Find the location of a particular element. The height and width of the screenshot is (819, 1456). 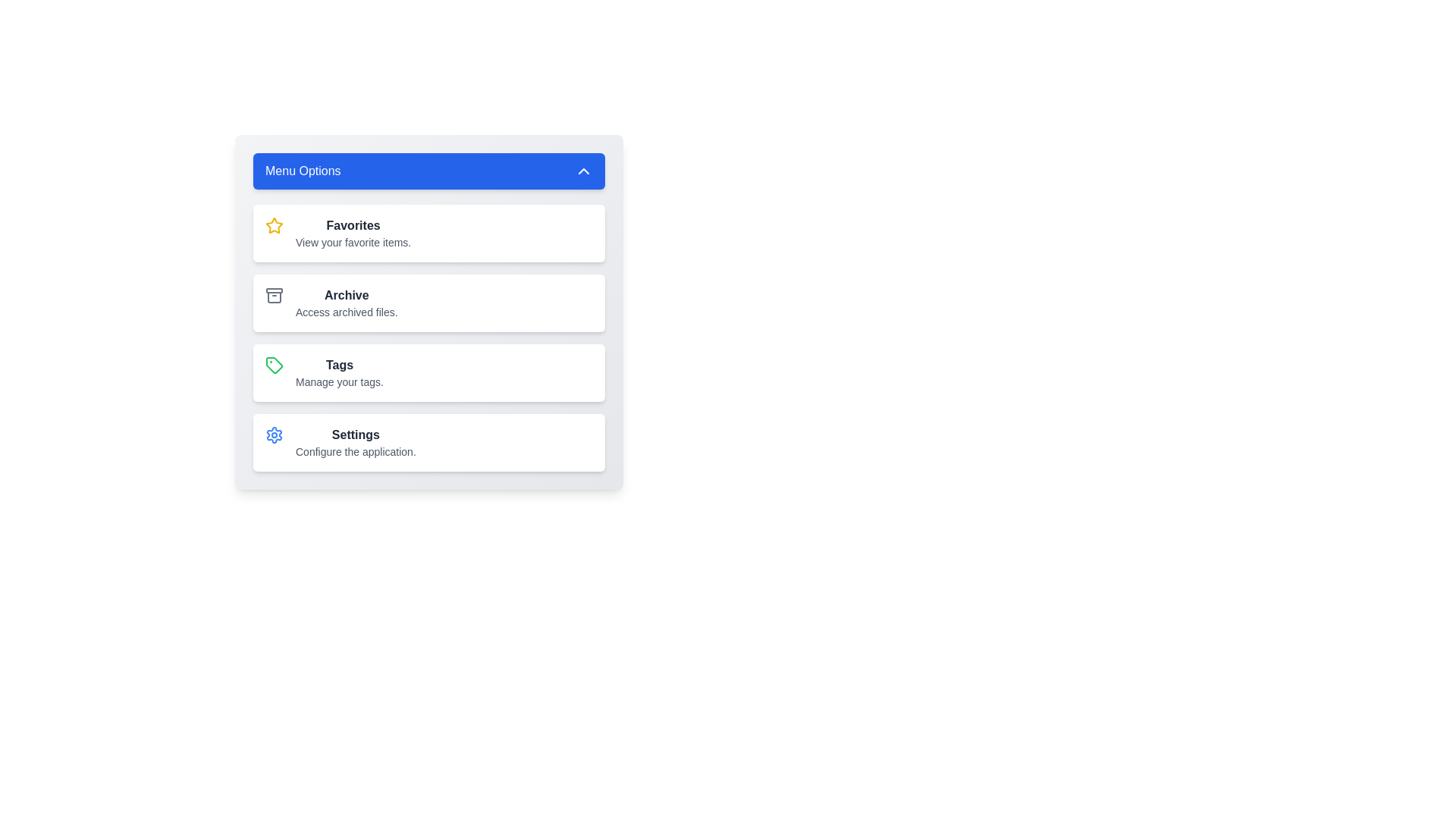

the yellow star icon representing 'favorite' status, located at the top-left corner of the 'Favorites' card, adjacent to the 'Favorites' text is located at coordinates (274, 225).